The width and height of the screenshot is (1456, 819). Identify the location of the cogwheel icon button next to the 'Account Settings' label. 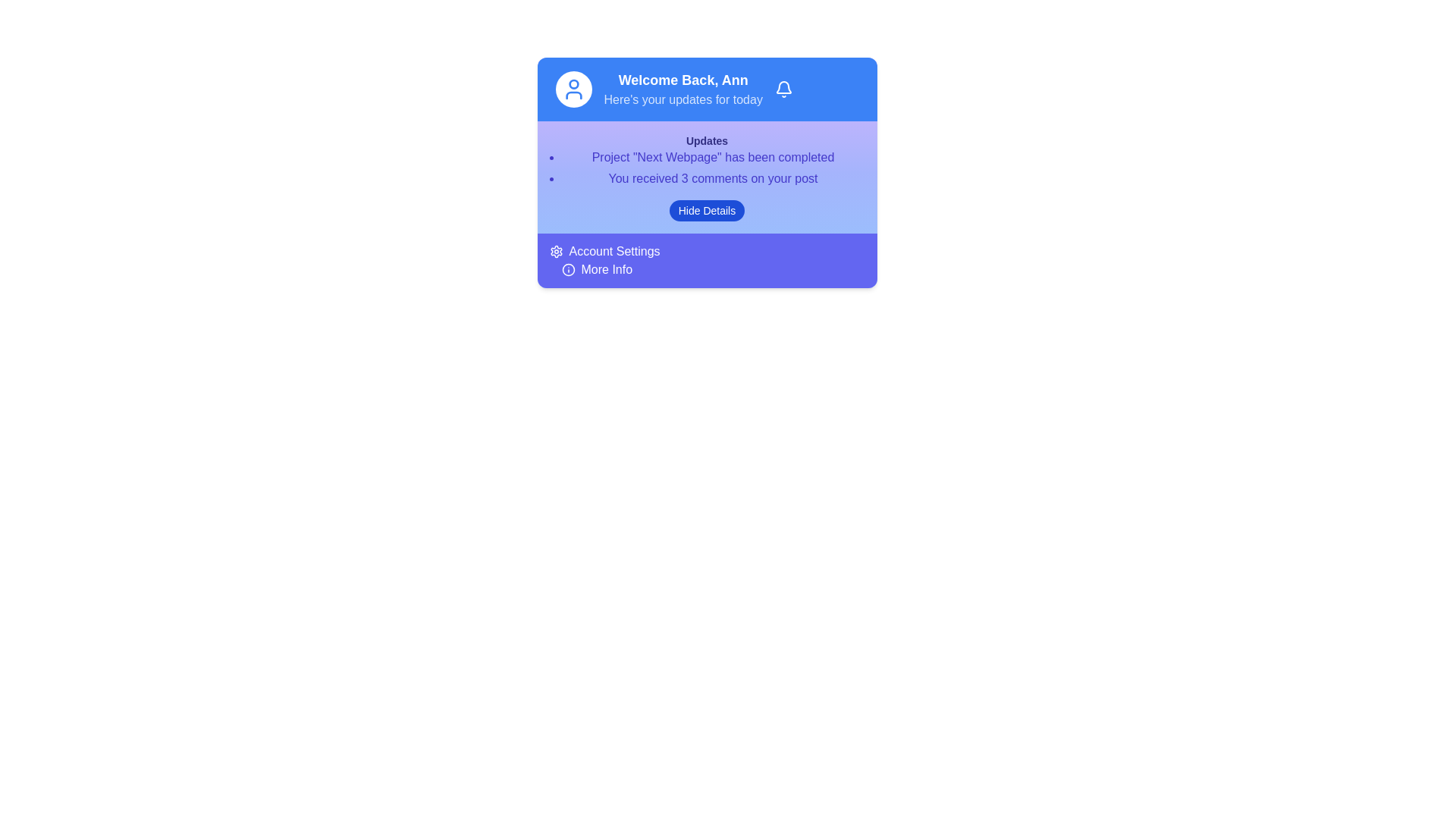
(555, 250).